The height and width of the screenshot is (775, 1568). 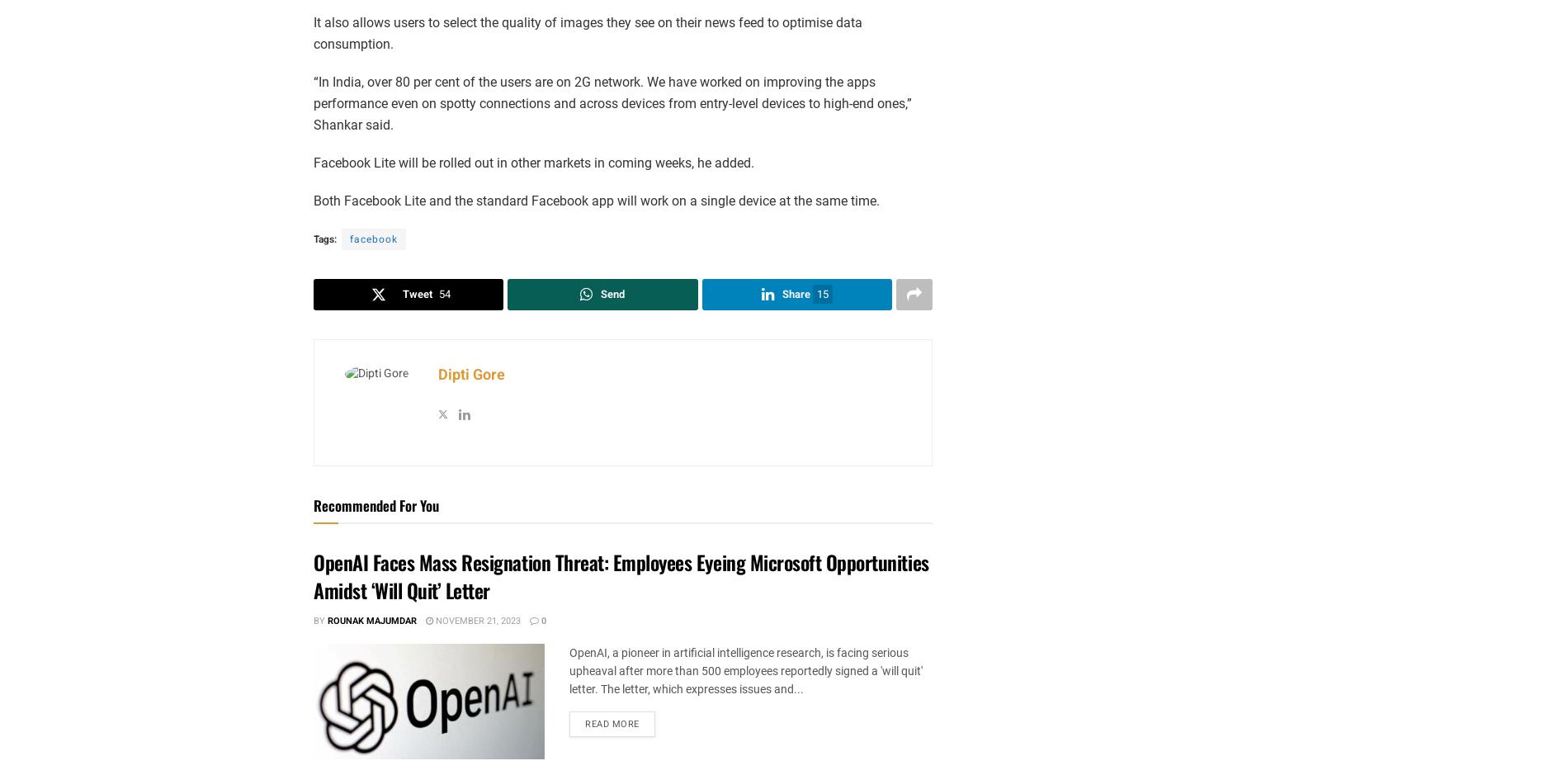 What do you see at coordinates (620, 574) in the screenshot?
I see `'OpenAI Faces Mass Resignation Threat: Employees Eyeing Microsoft Opportunities Amidst ‘Will Quit’ Letter'` at bounding box center [620, 574].